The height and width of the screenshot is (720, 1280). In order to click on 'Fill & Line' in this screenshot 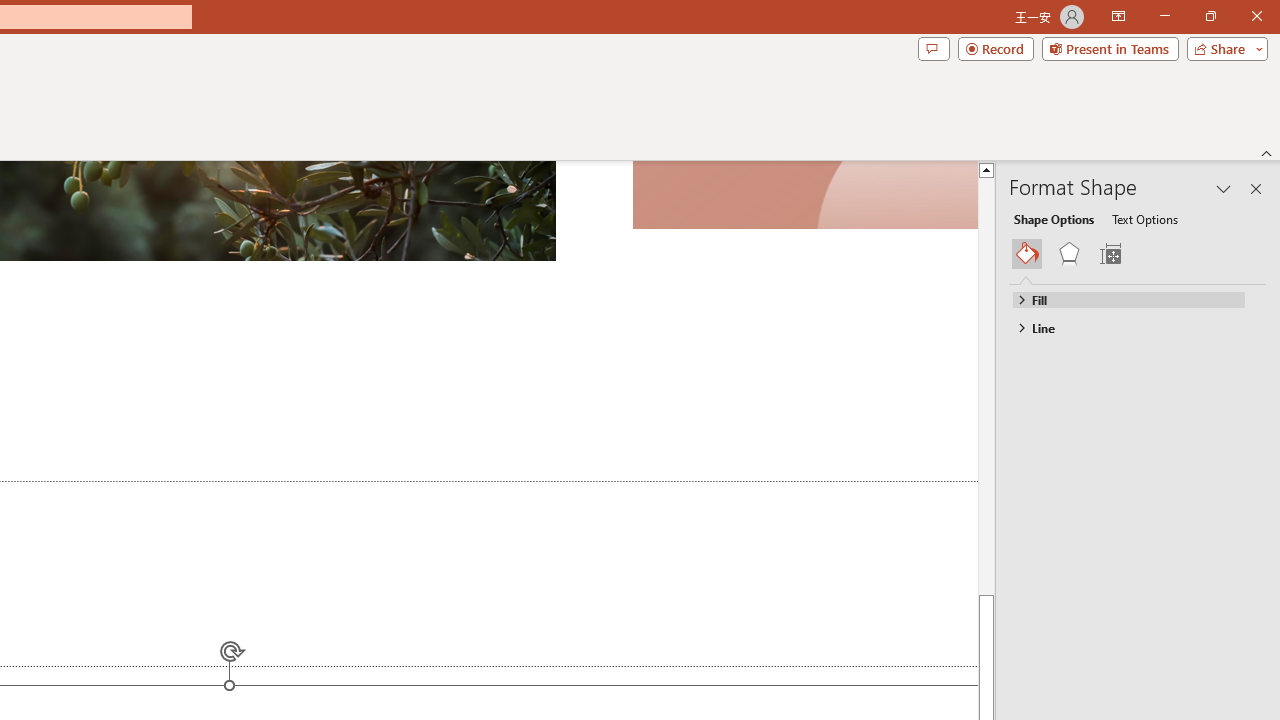, I will do `click(1027, 253)`.